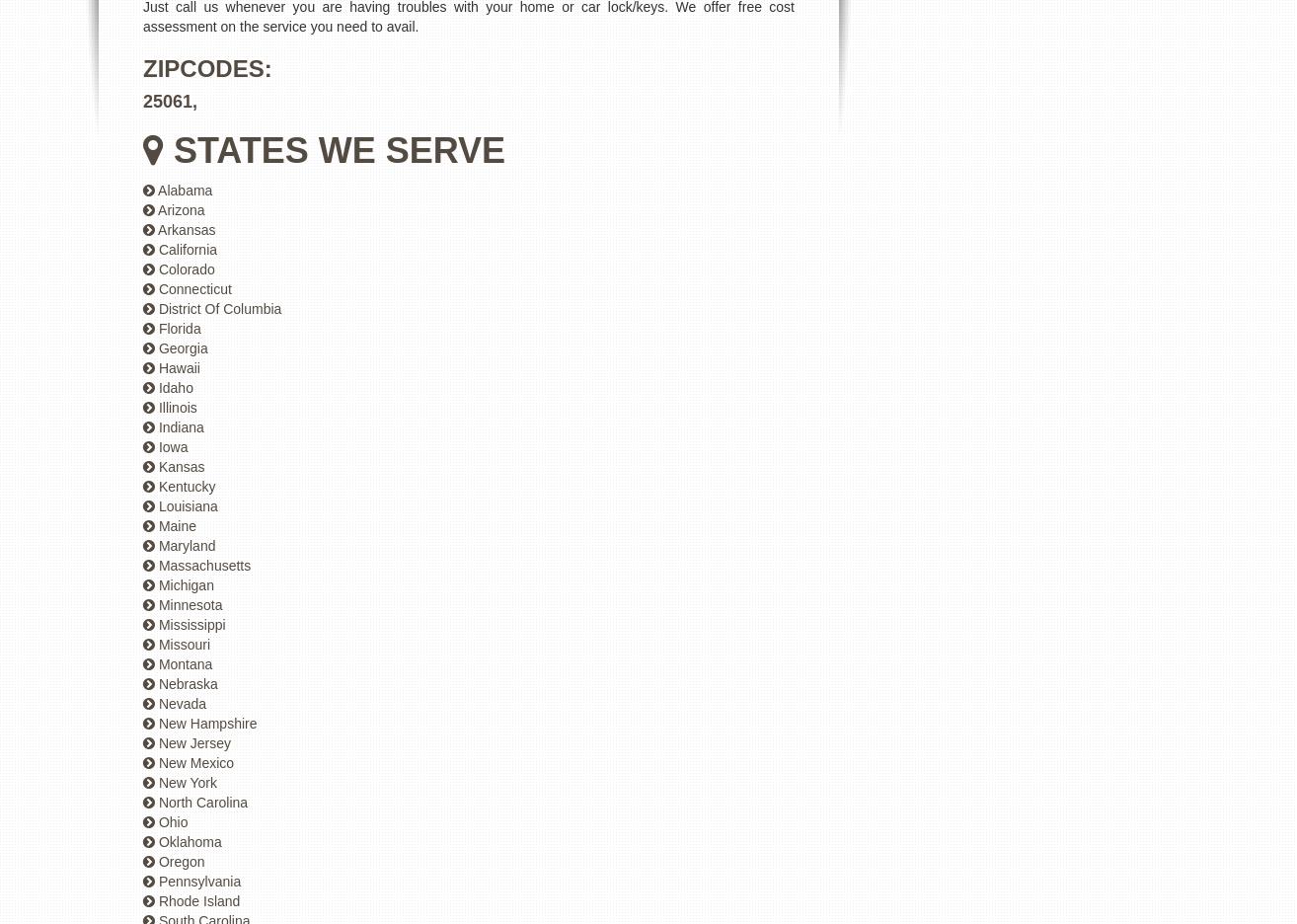  I want to click on 'New York', so click(186, 781).